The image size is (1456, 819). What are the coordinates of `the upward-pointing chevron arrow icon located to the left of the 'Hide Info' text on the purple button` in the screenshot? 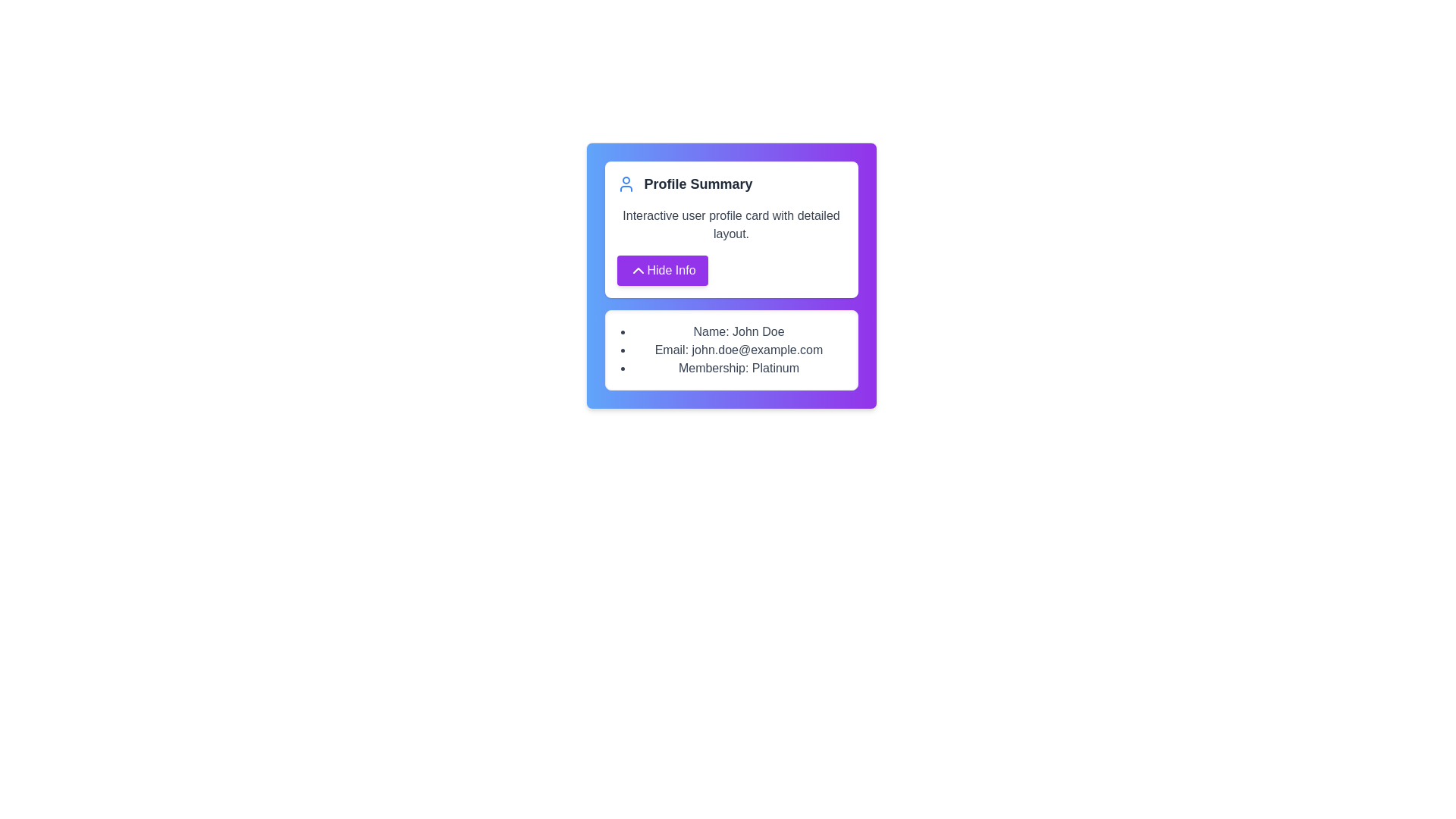 It's located at (638, 270).